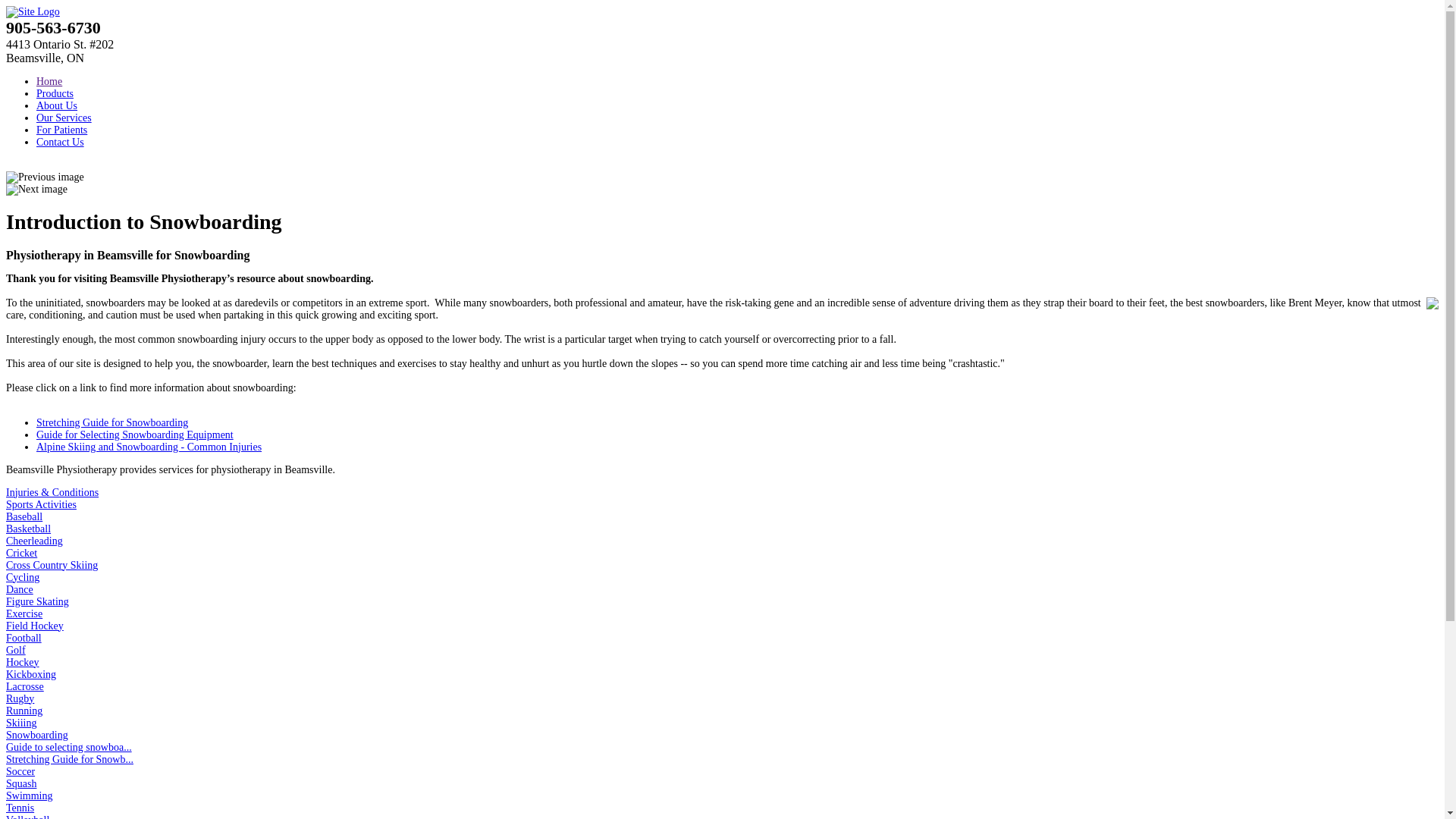 This screenshot has width=1456, height=819. I want to click on 'Next image', so click(36, 189).